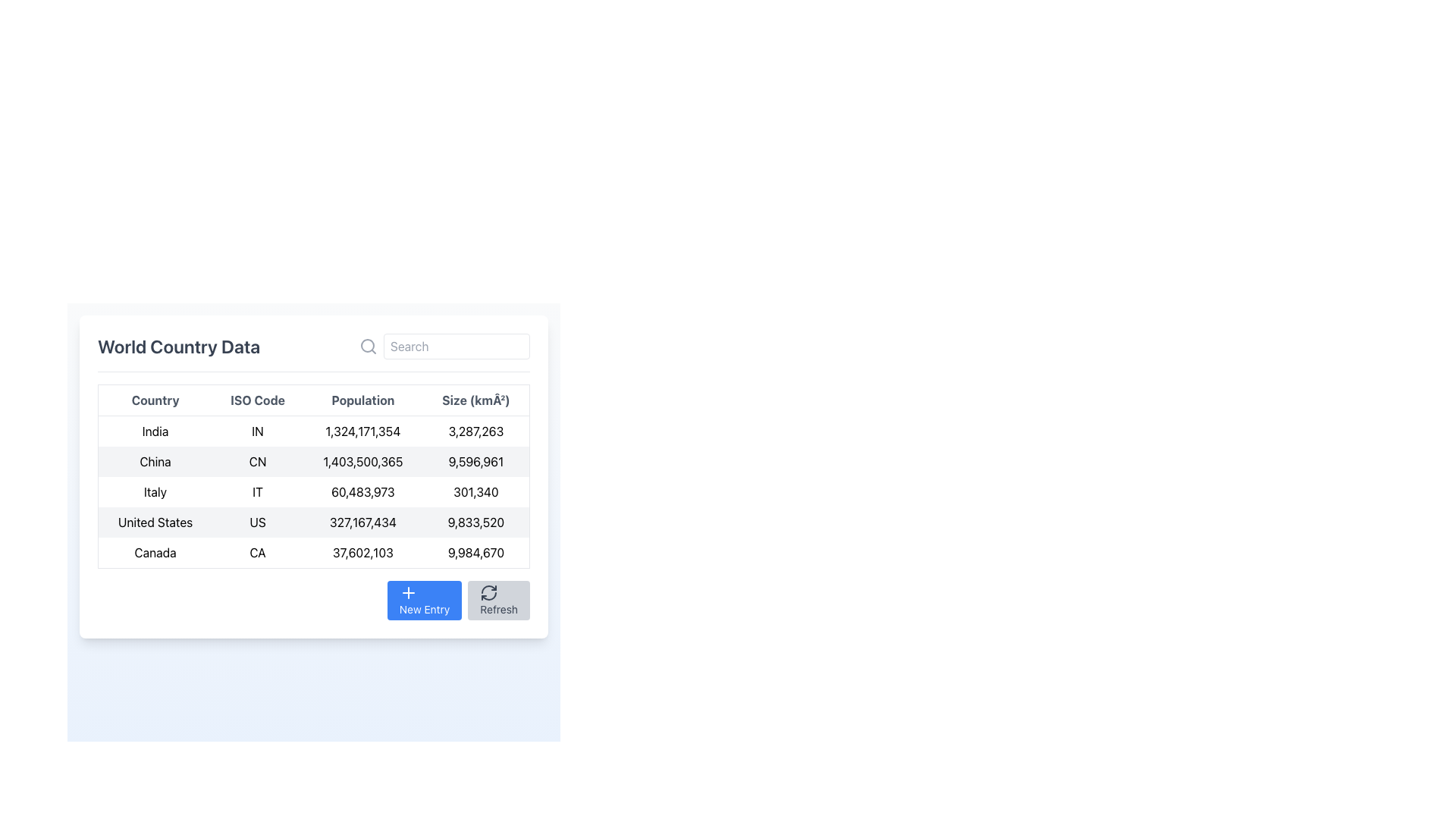  Describe the element at coordinates (312, 491) in the screenshot. I see `the third row of the table containing population and size information for Italy, which includes its ISO code 'IT'` at that location.